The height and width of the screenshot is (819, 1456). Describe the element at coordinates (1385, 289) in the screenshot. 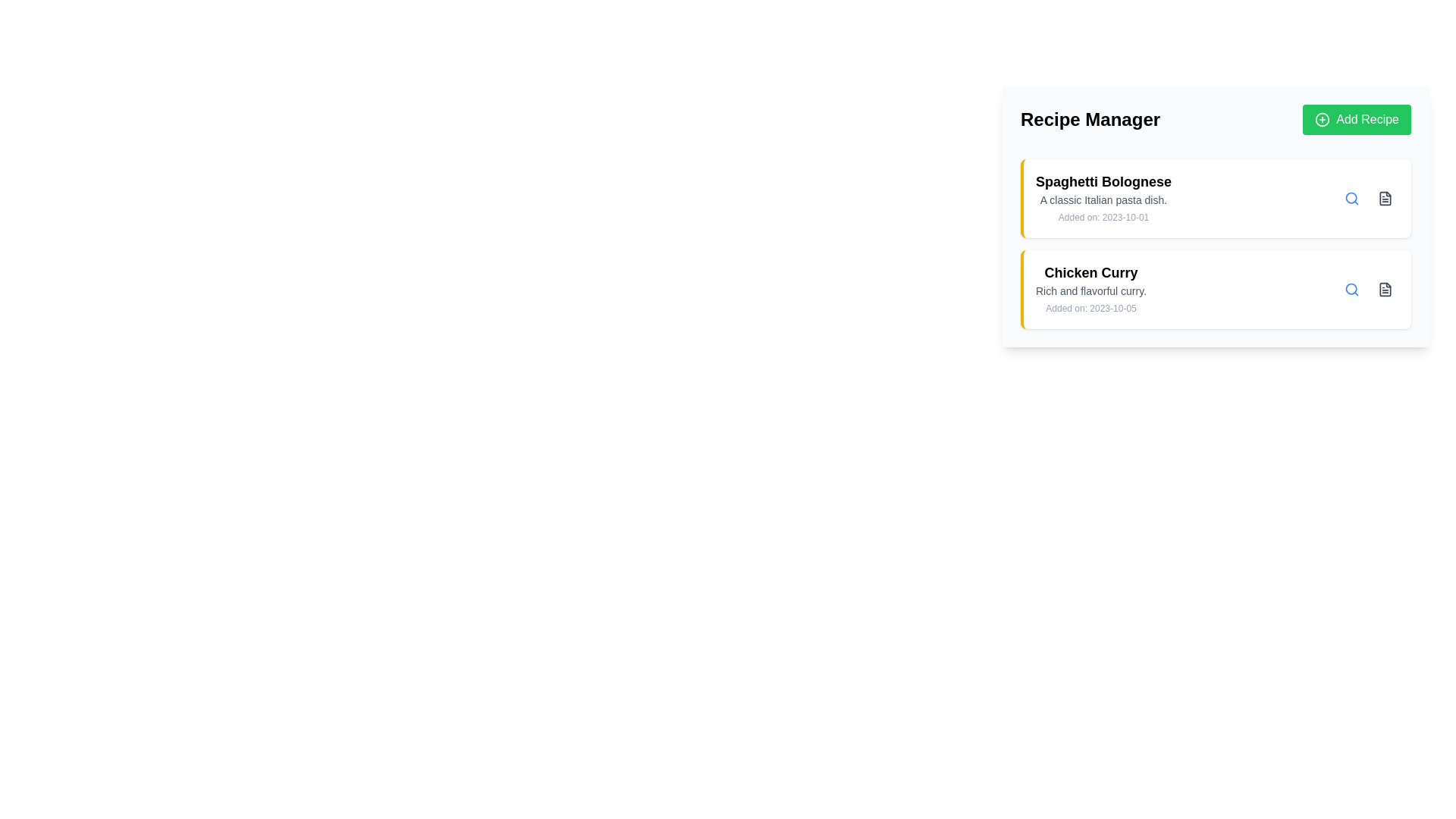

I see `the small gray document icon with a page curl located near the right edge of the 'Chicken Curry' list item in the 'Recipe Manager' interface` at that location.